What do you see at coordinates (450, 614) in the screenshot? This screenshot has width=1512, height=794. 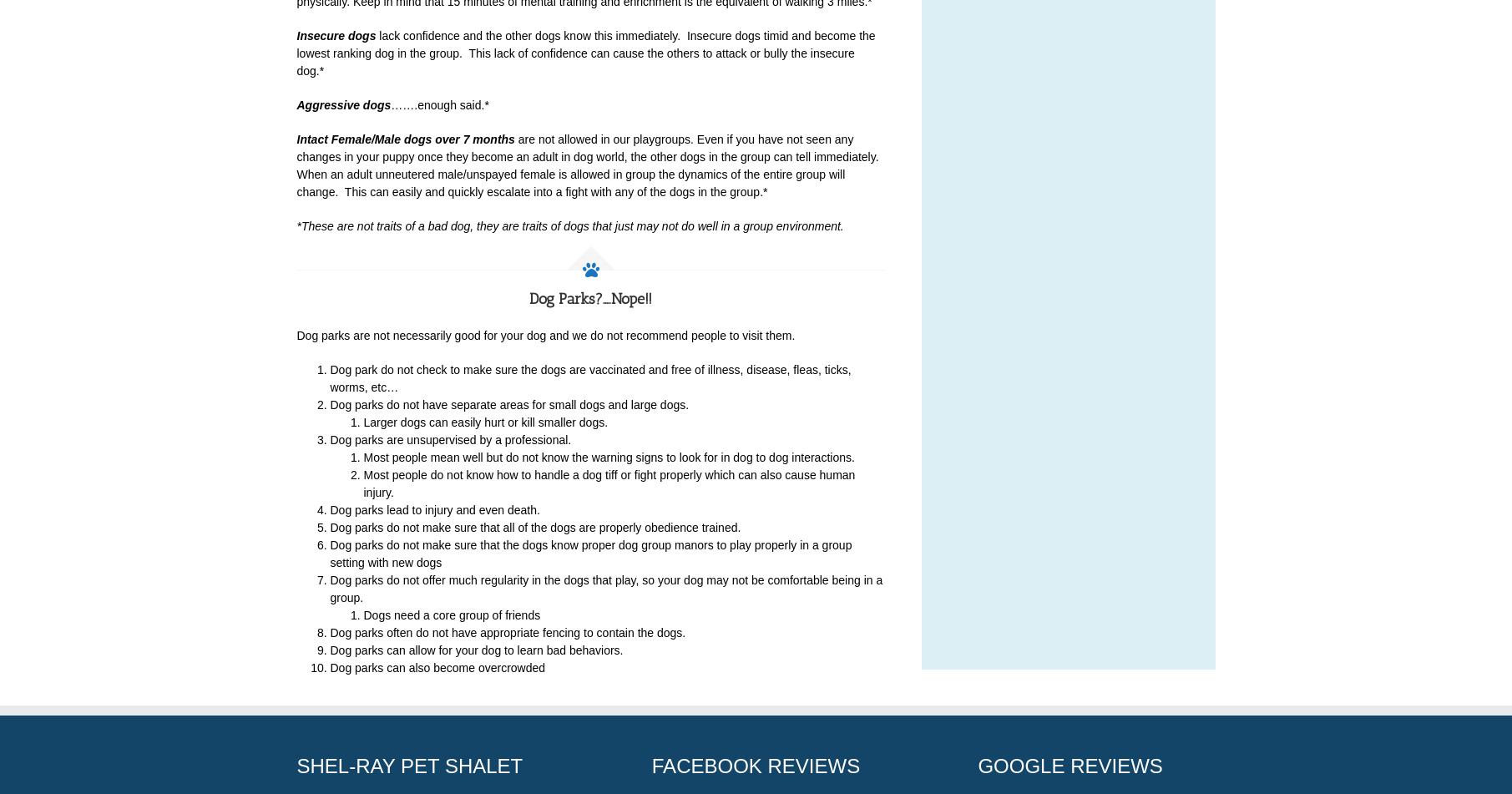 I see `'Dogs need a core group of friends'` at bounding box center [450, 614].